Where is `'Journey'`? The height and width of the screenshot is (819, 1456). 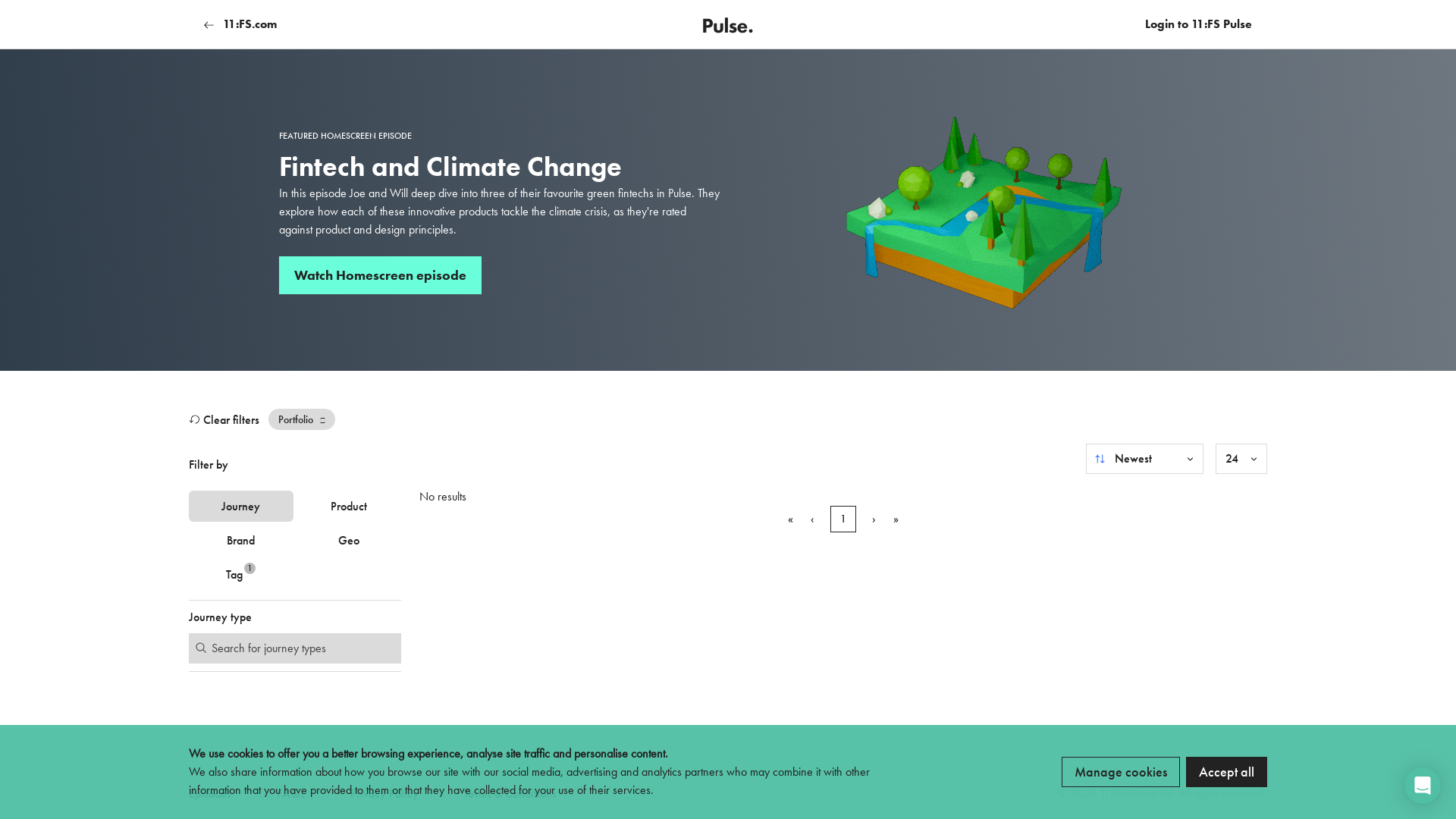 'Journey' is located at coordinates (240, 506).